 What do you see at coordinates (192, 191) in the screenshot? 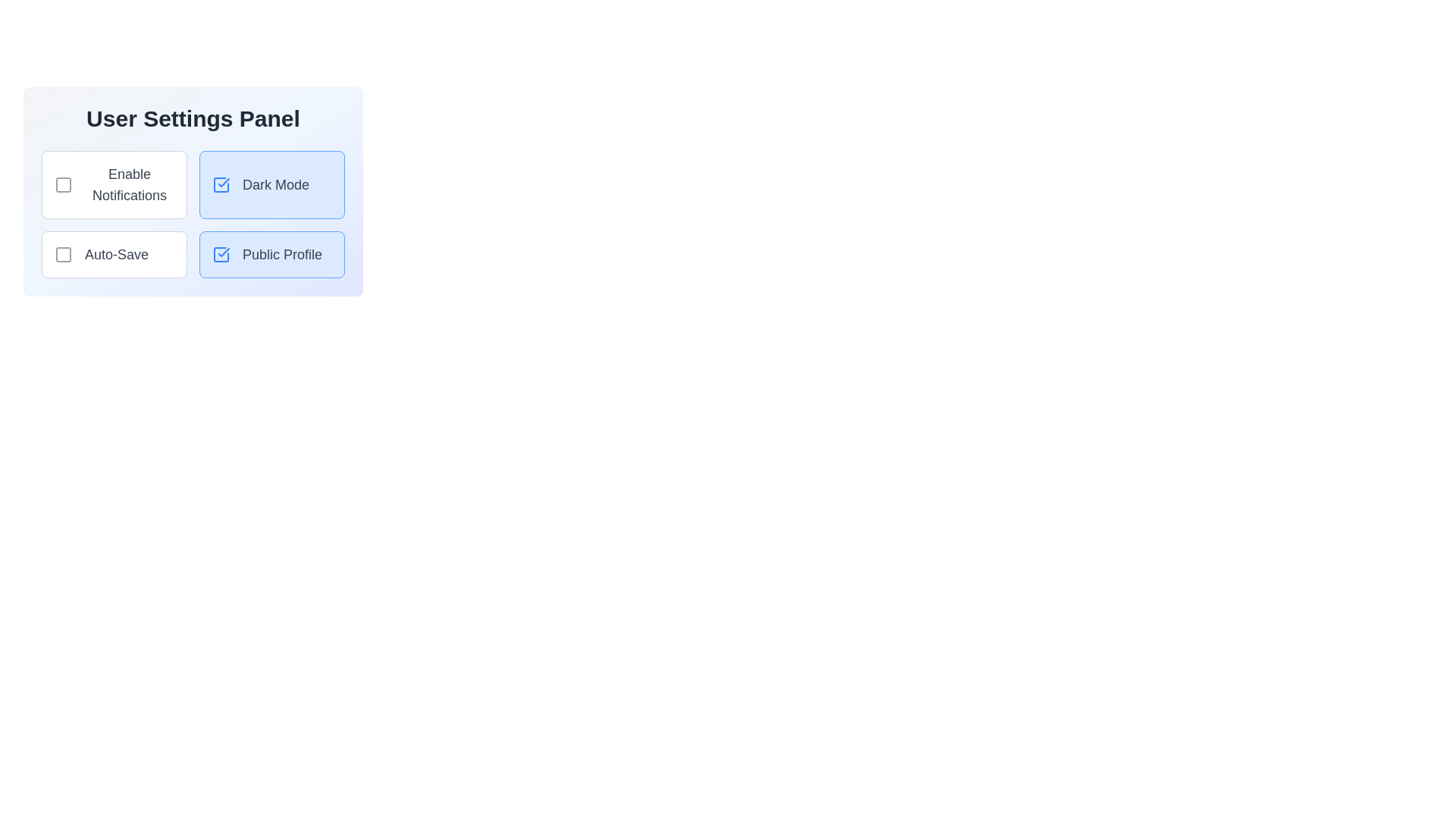
I see `the settings option within the settings card` at bounding box center [192, 191].